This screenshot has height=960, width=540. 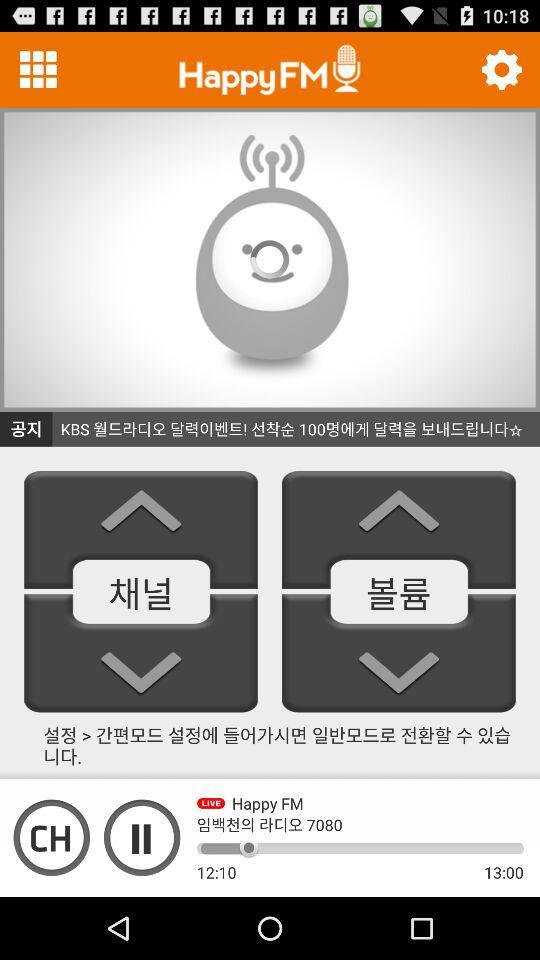 What do you see at coordinates (38, 74) in the screenshot?
I see `the dialpad icon` at bounding box center [38, 74].